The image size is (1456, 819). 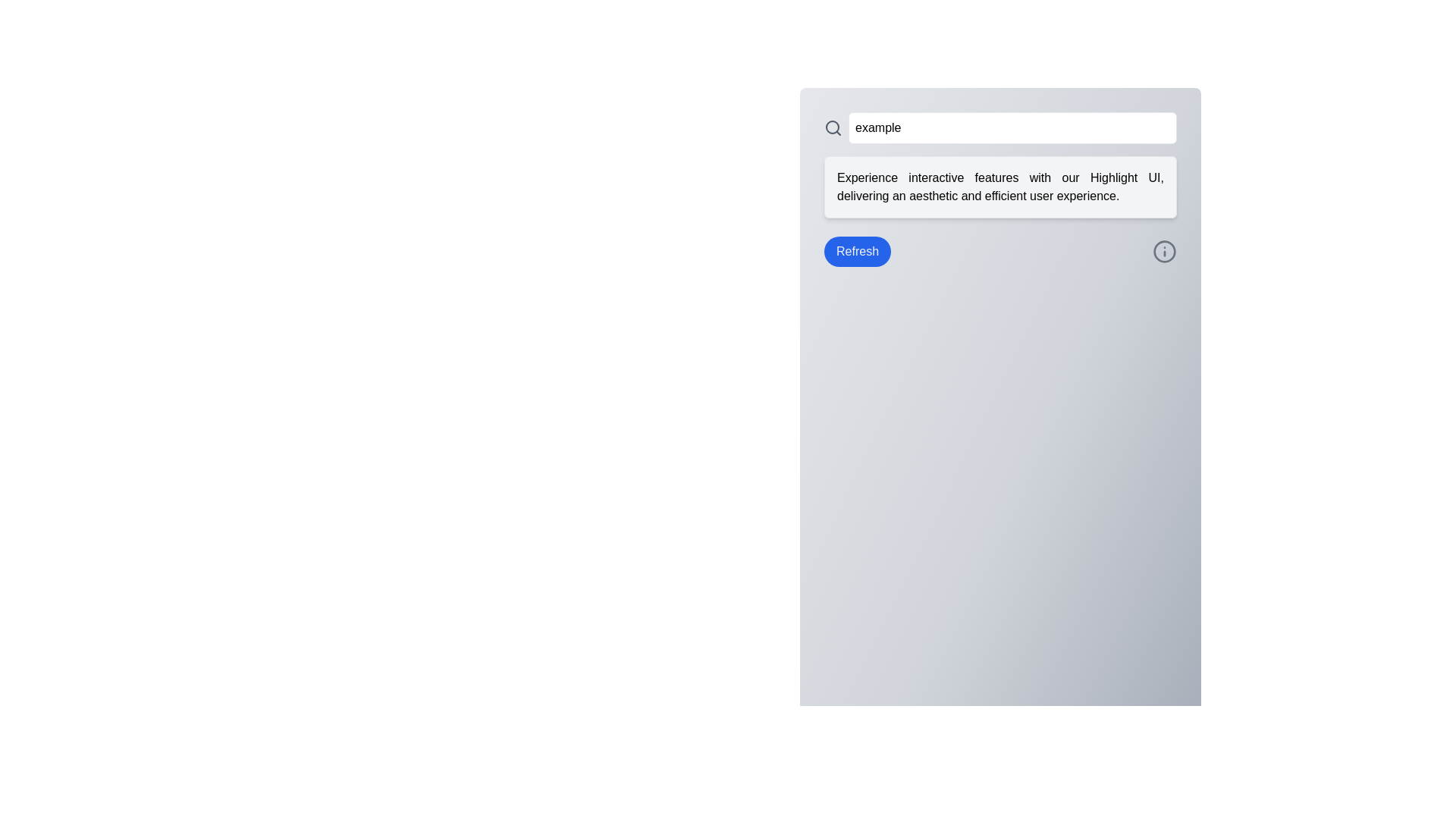 I want to click on the search icon located at the left edge of the search bar, so click(x=833, y=127).